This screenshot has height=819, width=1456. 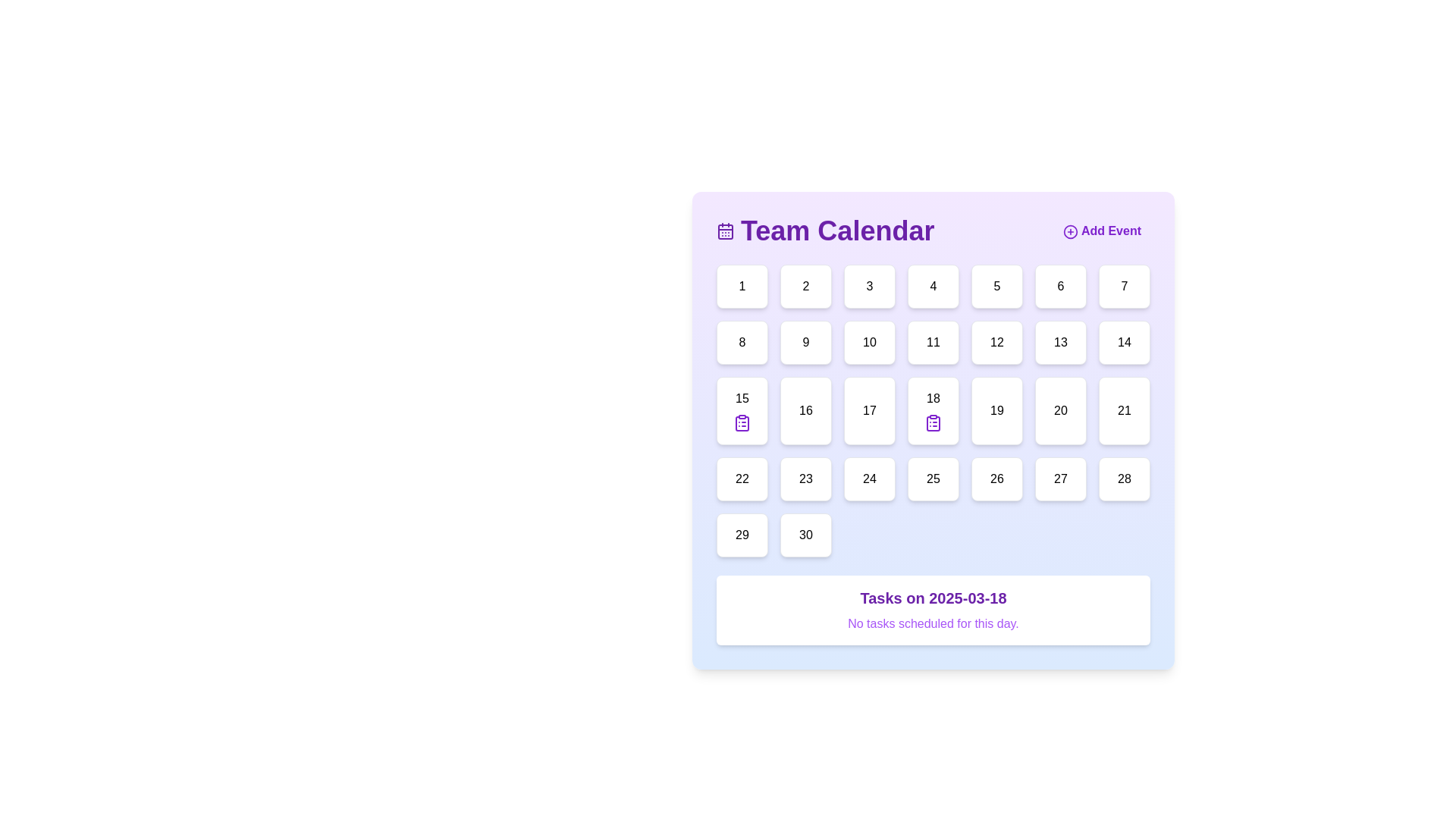 What do you see at coordinates (805, 534) in the screenshot?
I see `the white square button with rounded corners containing the number '30' in black text` at bounding box center [805, 534].